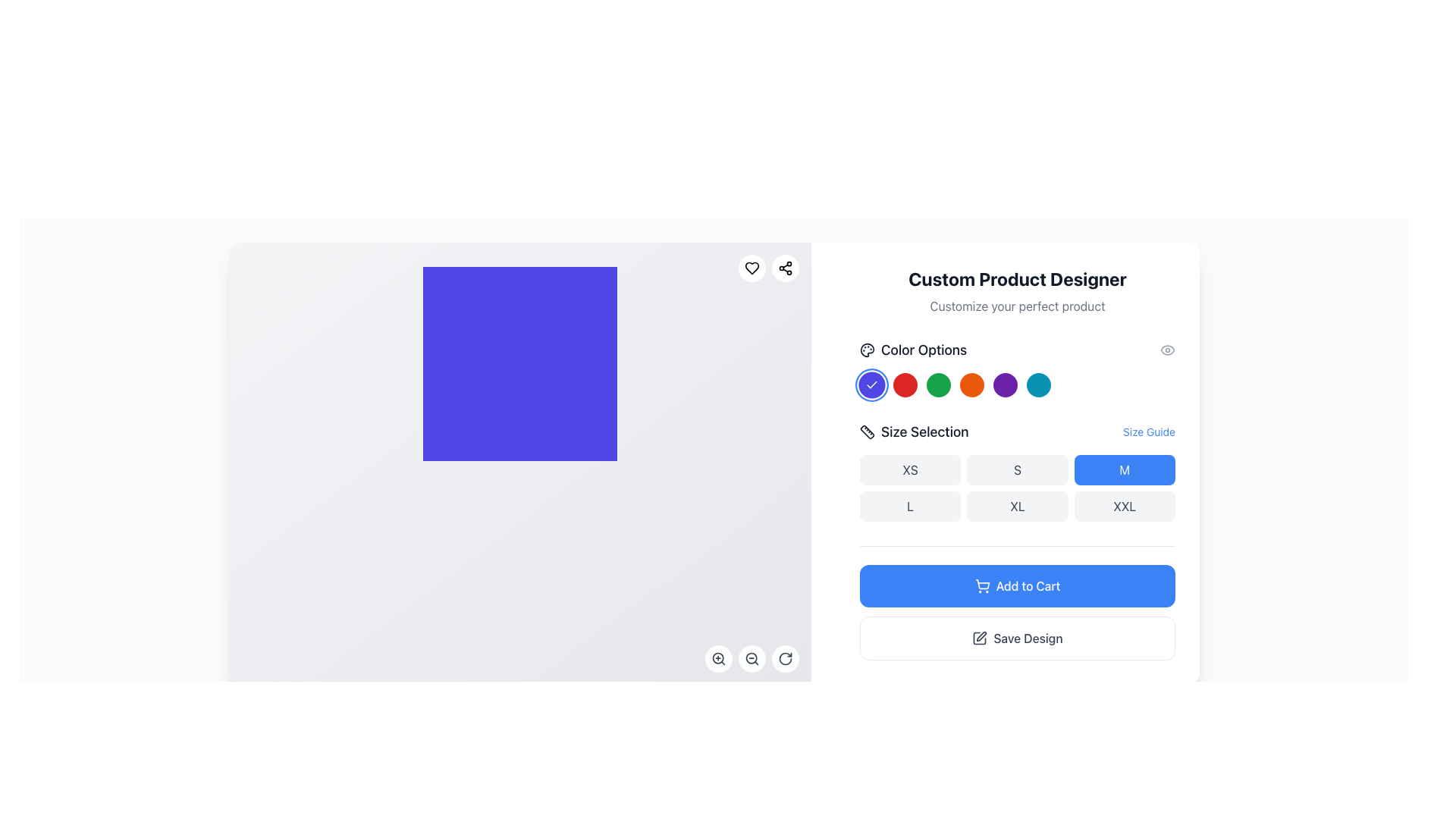  What do you see at coordinates (752, 657) in the screenshot?
I see `the magnifying glass icon button with a minus sign inside, located at the bottom right of the layout between the zoom-in and reset icons` at bounding box center [752, 657].